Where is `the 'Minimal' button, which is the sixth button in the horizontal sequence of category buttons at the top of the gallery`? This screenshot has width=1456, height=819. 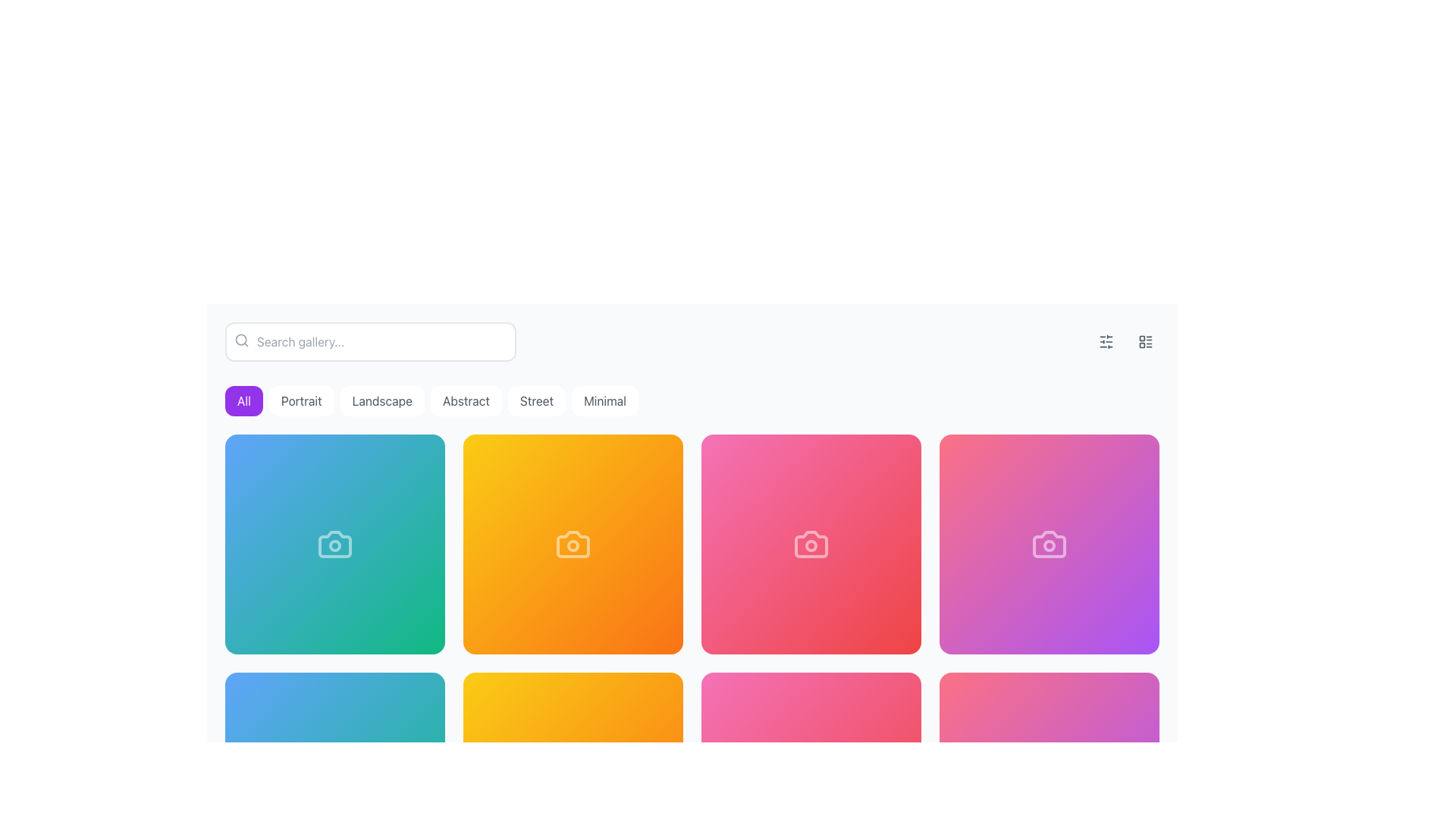
the 'Minimal' button, which is the sixth button in the horizontal sequence of category buttons at the top of the gallery is located at coordinates (604, 400).